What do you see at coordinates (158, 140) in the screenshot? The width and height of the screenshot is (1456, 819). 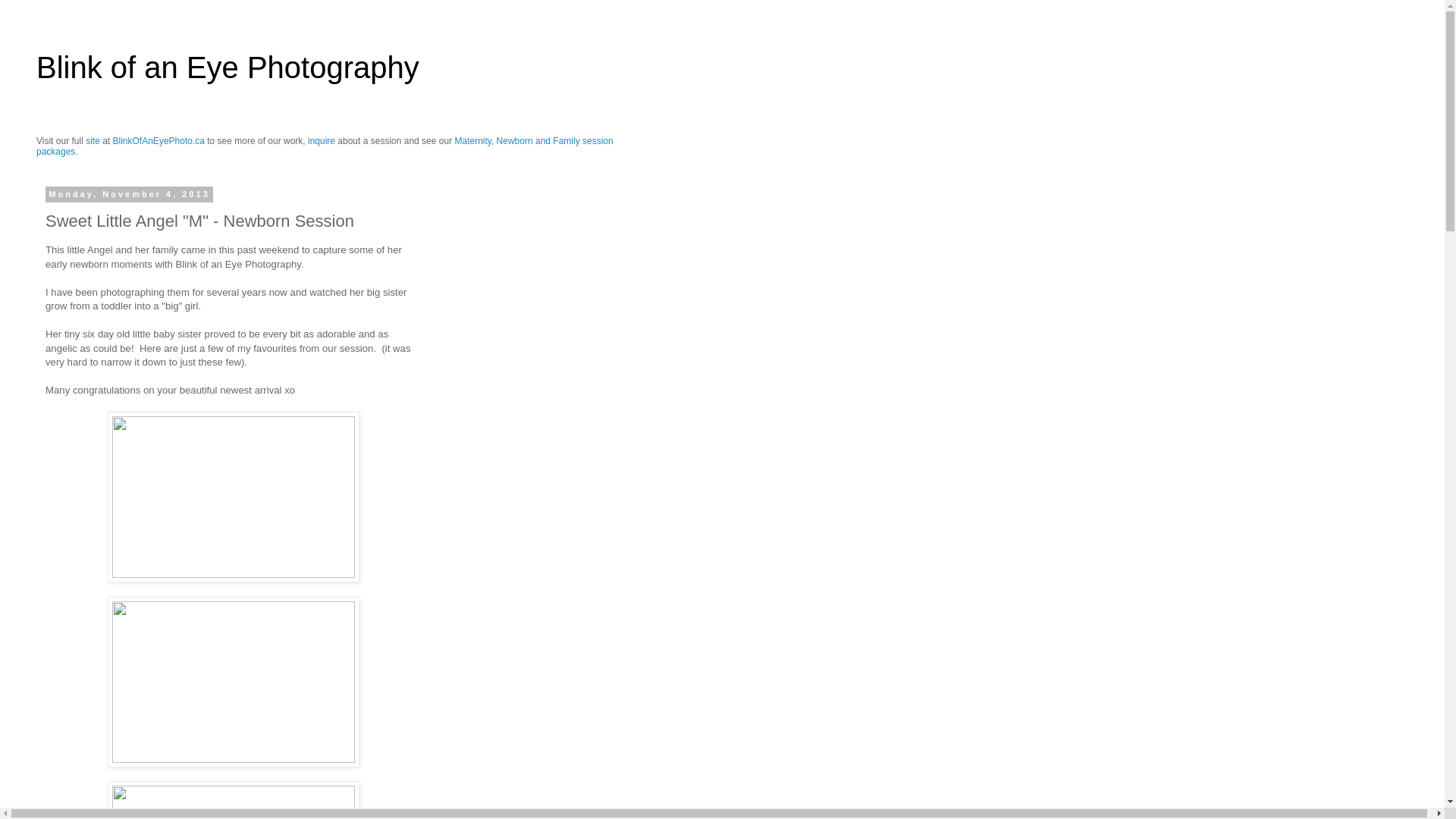 I see `'BlinkOfAnEyePhoto.ca'` at bounding box center [158, 140].